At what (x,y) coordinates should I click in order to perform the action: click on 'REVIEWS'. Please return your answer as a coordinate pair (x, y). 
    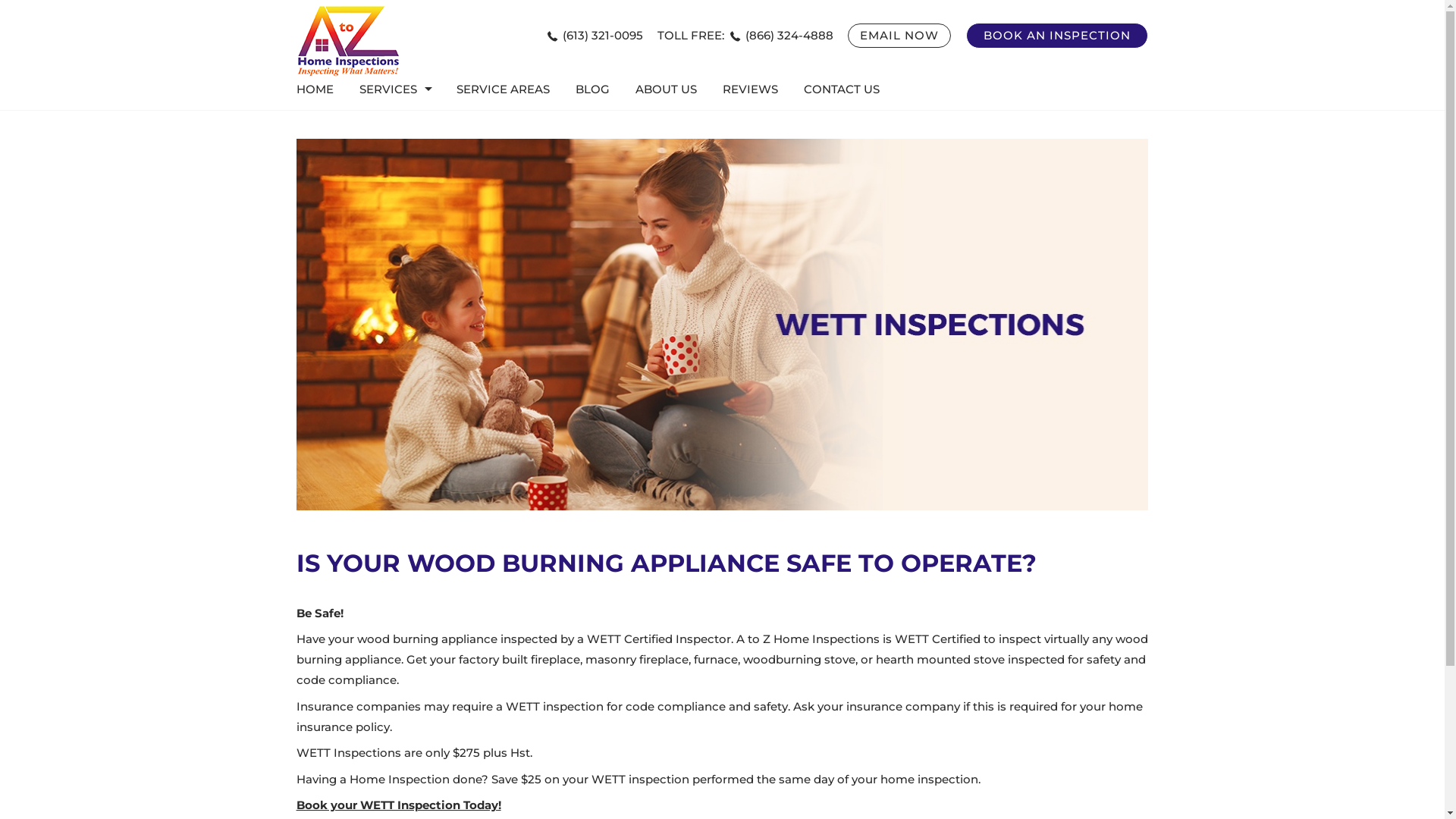
    Looking at the image, I should click on (750, 89).